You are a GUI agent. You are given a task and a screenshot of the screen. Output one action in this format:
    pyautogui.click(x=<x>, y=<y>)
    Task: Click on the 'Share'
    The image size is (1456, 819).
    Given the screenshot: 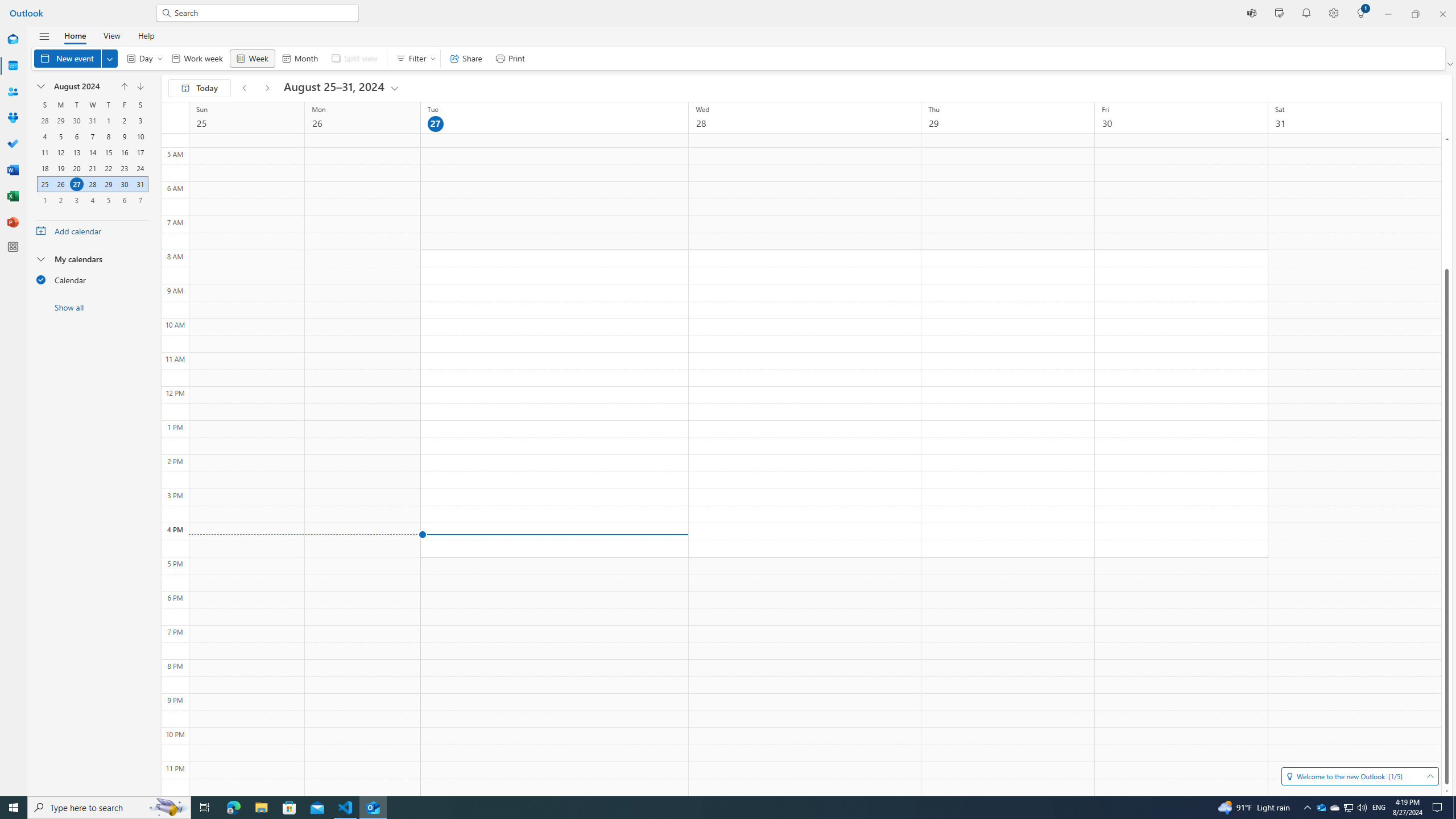 What is the action you would take?
    pyautogui.click(x=466, y=58)
    